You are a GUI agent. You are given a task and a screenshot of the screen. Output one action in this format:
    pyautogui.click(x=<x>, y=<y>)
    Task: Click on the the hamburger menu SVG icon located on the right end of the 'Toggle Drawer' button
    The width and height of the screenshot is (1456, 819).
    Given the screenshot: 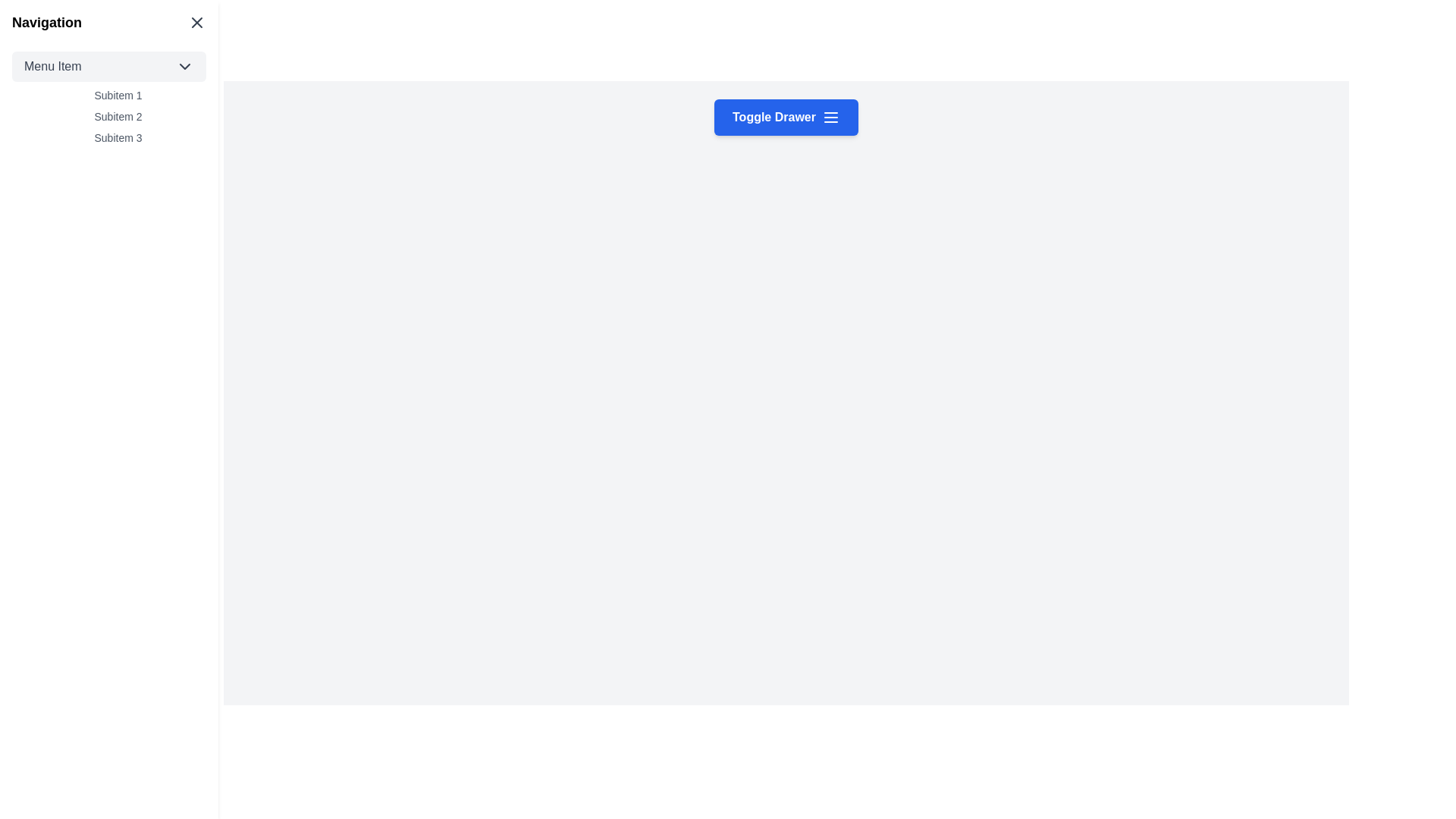 What is the action you would take?
    pyautogui.click(x=830, y=116)
    